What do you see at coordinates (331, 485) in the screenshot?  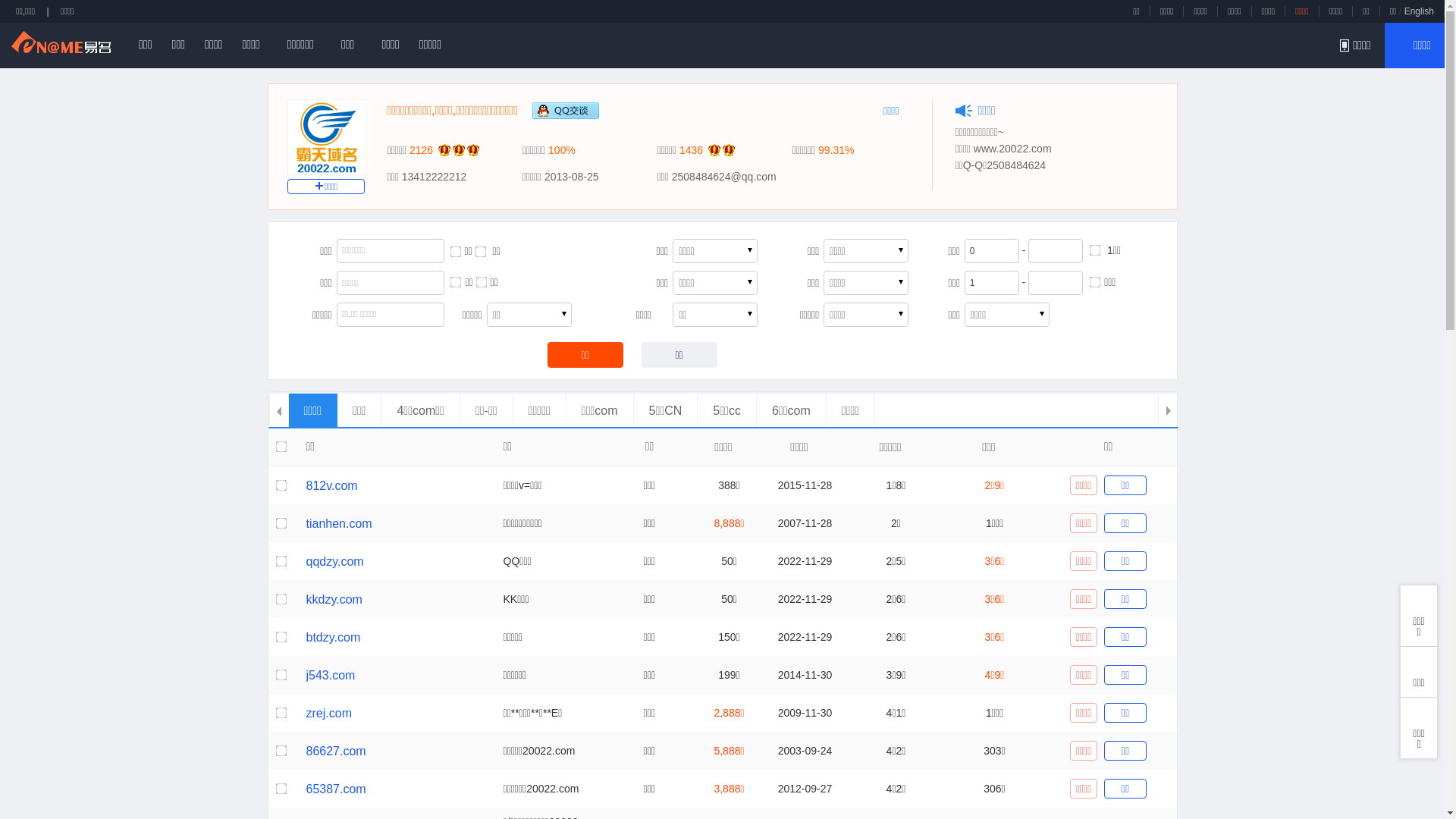 I see `'812v.com'` at bounding box center [331, 485].